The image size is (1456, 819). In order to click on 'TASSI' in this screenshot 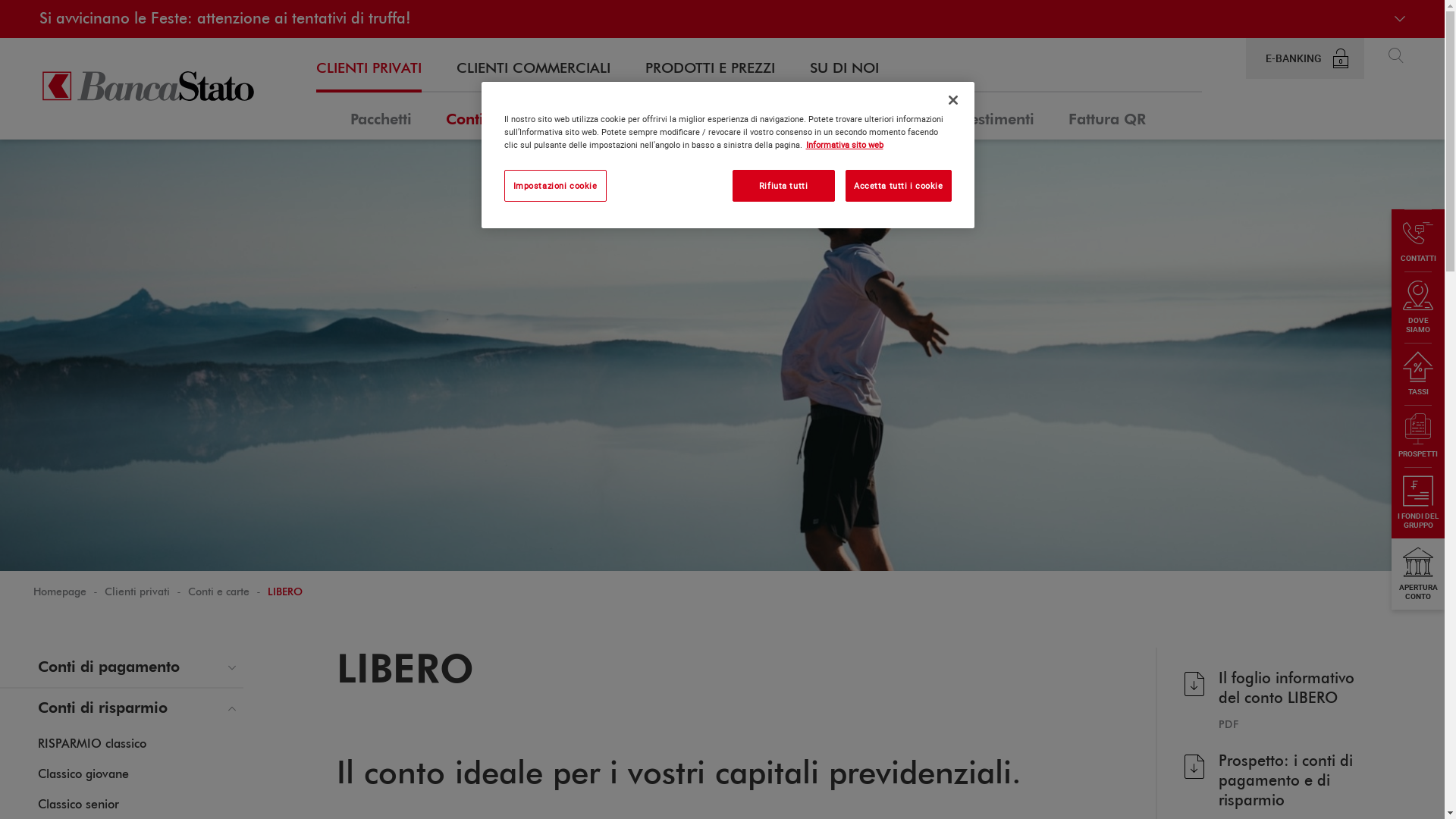, I will do `click(1417, 374)`.